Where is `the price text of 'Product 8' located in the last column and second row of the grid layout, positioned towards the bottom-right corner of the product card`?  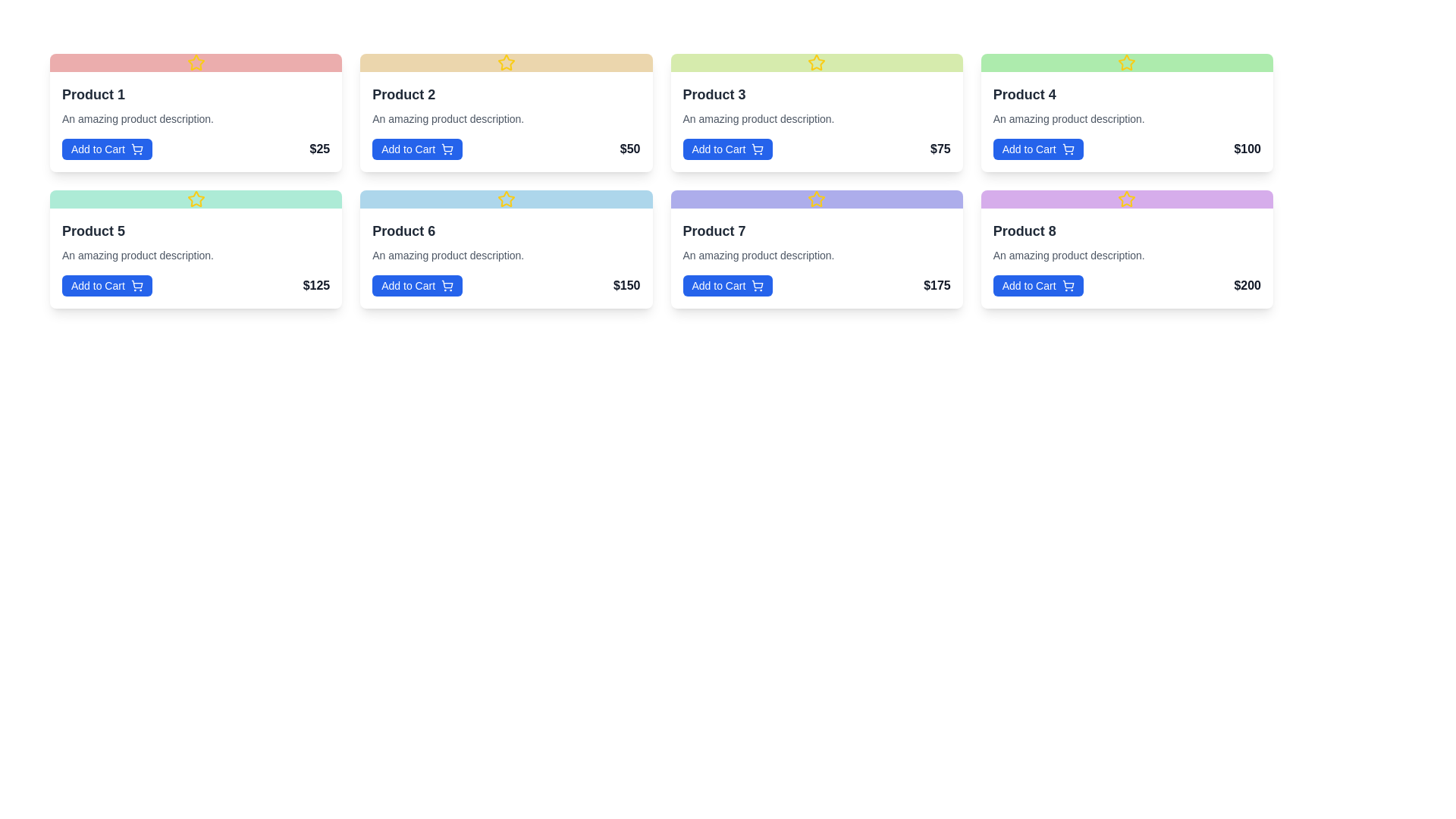
the price text of 'Product 8' located in the last column and second row of the grid layout, positioned towards the bottom-right corner of the product card is located at coordinates (1247, 286).